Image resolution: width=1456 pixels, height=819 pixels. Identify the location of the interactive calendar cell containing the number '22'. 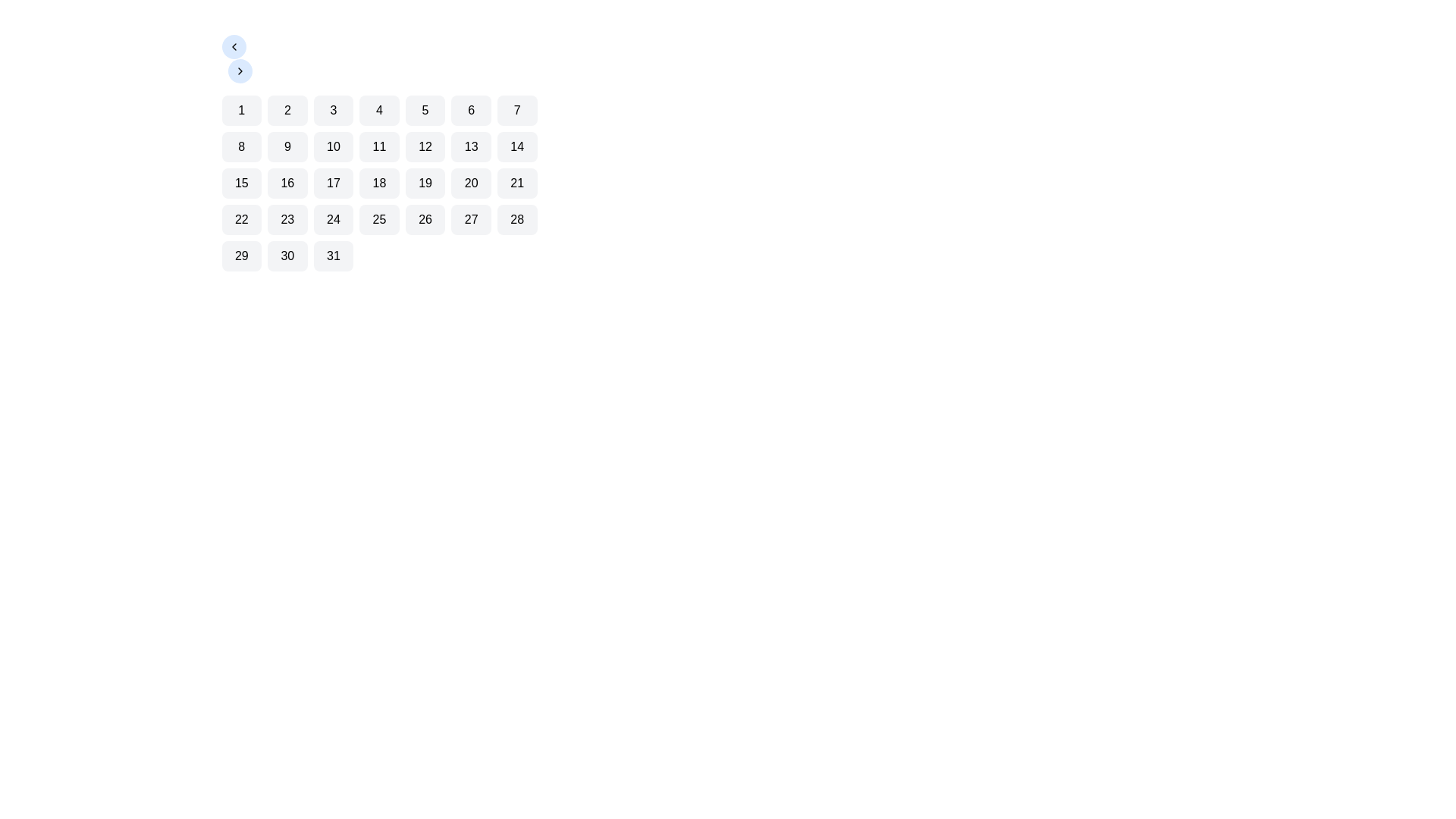
(240, 219).